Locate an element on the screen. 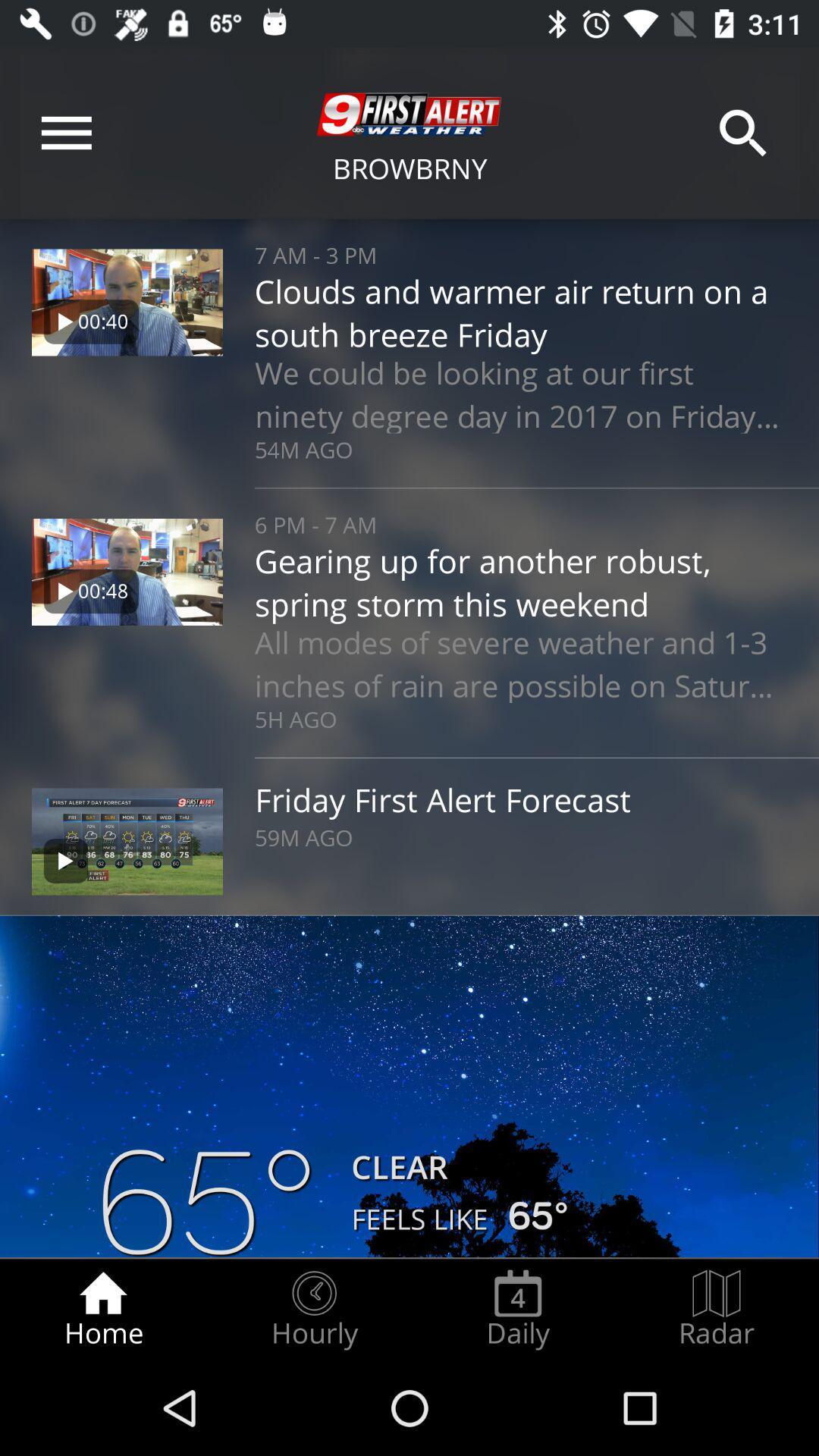  the item next to daily radio button is located at coordinates (313, 1309).